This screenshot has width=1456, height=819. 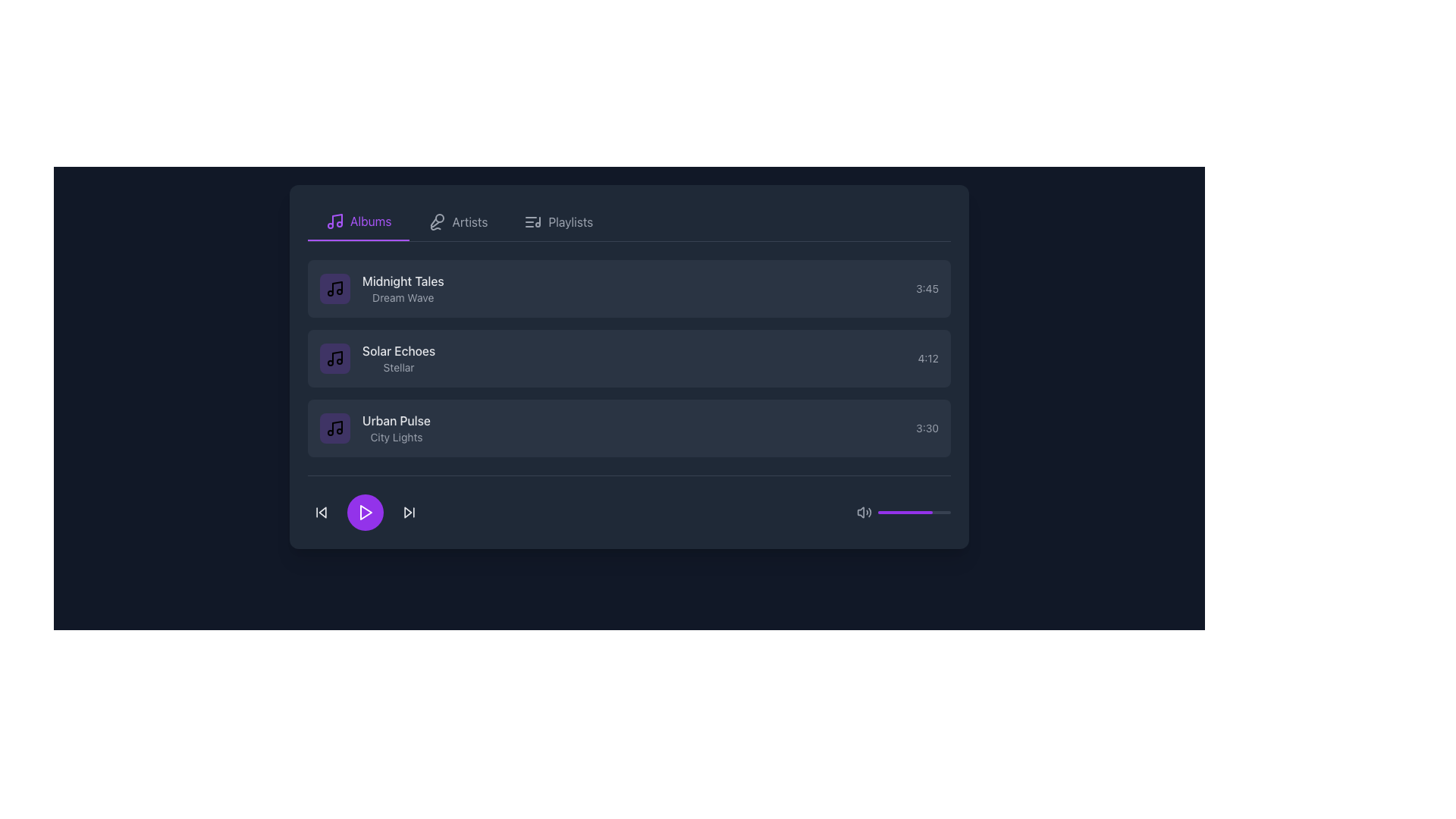 I want to click on the 'Artists' text label, which is a light-gray font in a modern sans-serif typeface, located centrally in the header beside 'Albums' and 'Playlists', so click(x=469, y=222).